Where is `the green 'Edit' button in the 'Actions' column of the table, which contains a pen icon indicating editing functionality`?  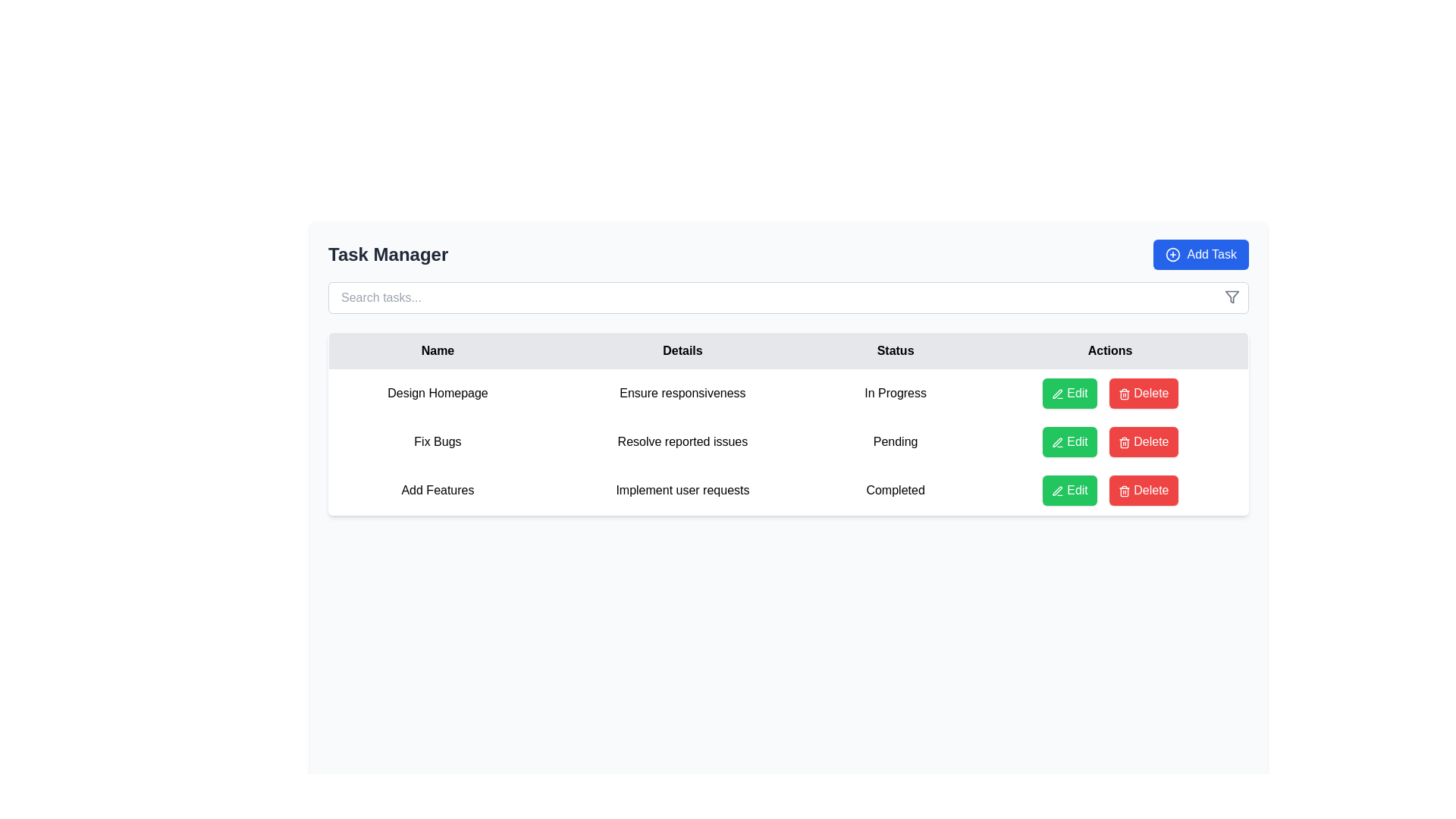
the green 'Edit' button in the 'Actions' column of the table, which contains a pen icon indicating editing functionality is located at coordinates (1056, 491).